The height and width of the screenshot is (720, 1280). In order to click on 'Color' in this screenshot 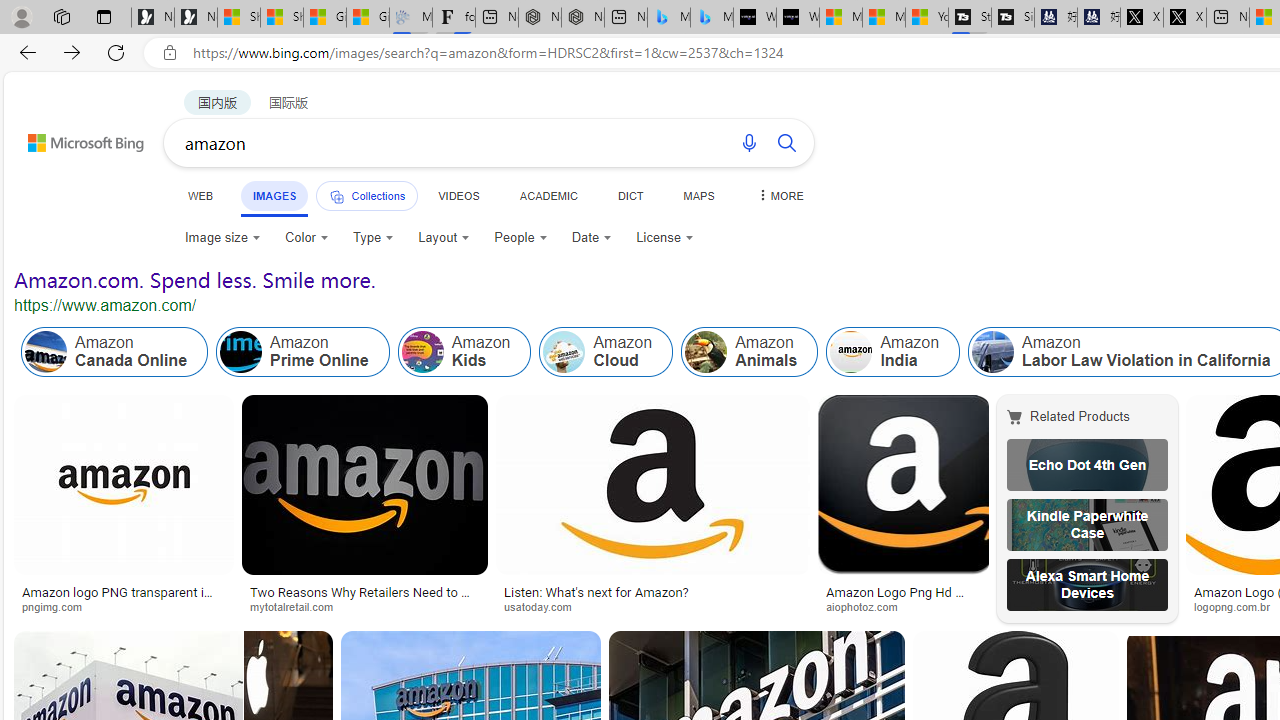, I will do `click(304, 236)`.